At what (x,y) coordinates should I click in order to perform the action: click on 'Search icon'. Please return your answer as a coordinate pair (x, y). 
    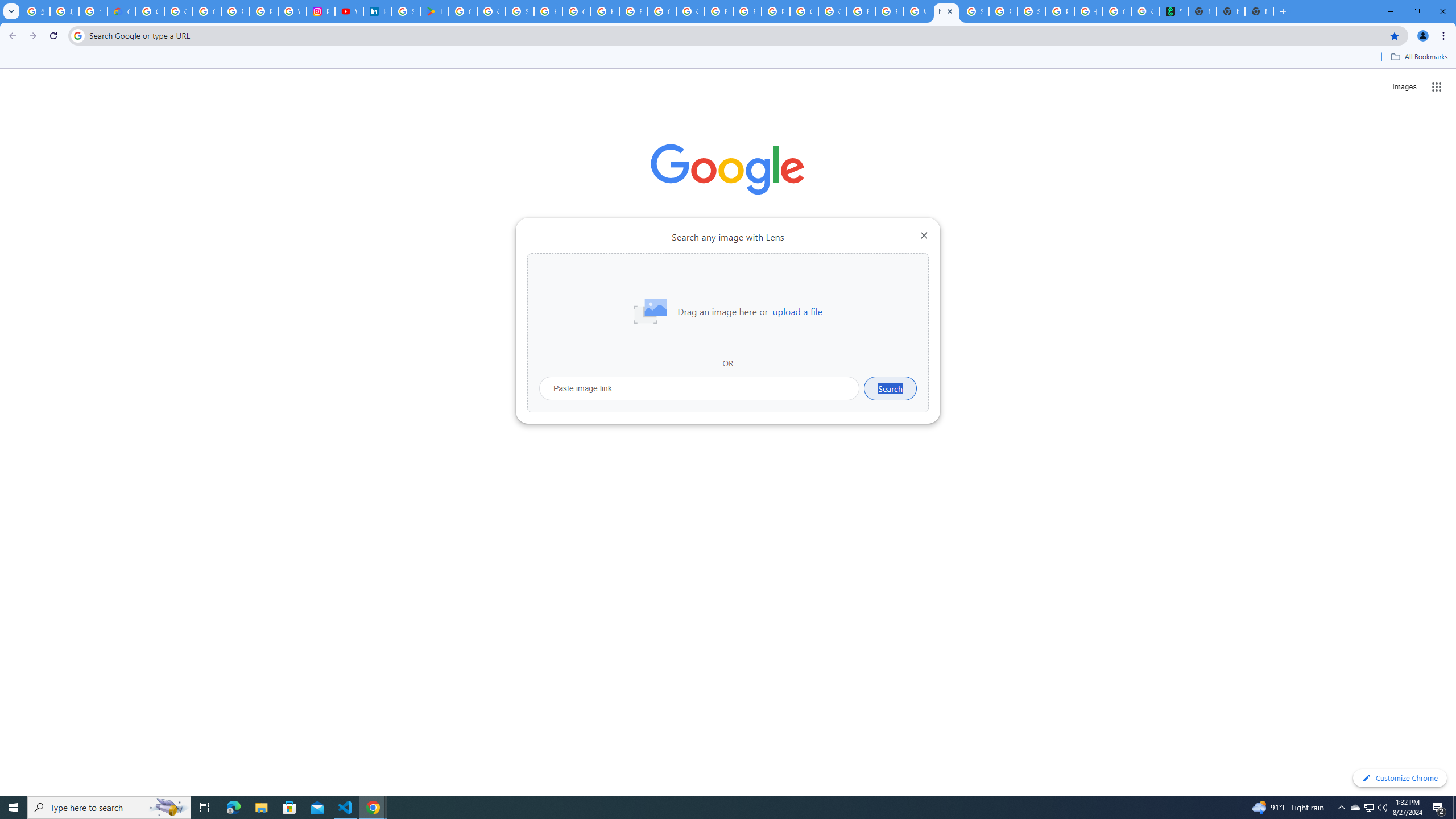
    Looking at the image, I should click on (77, 35).